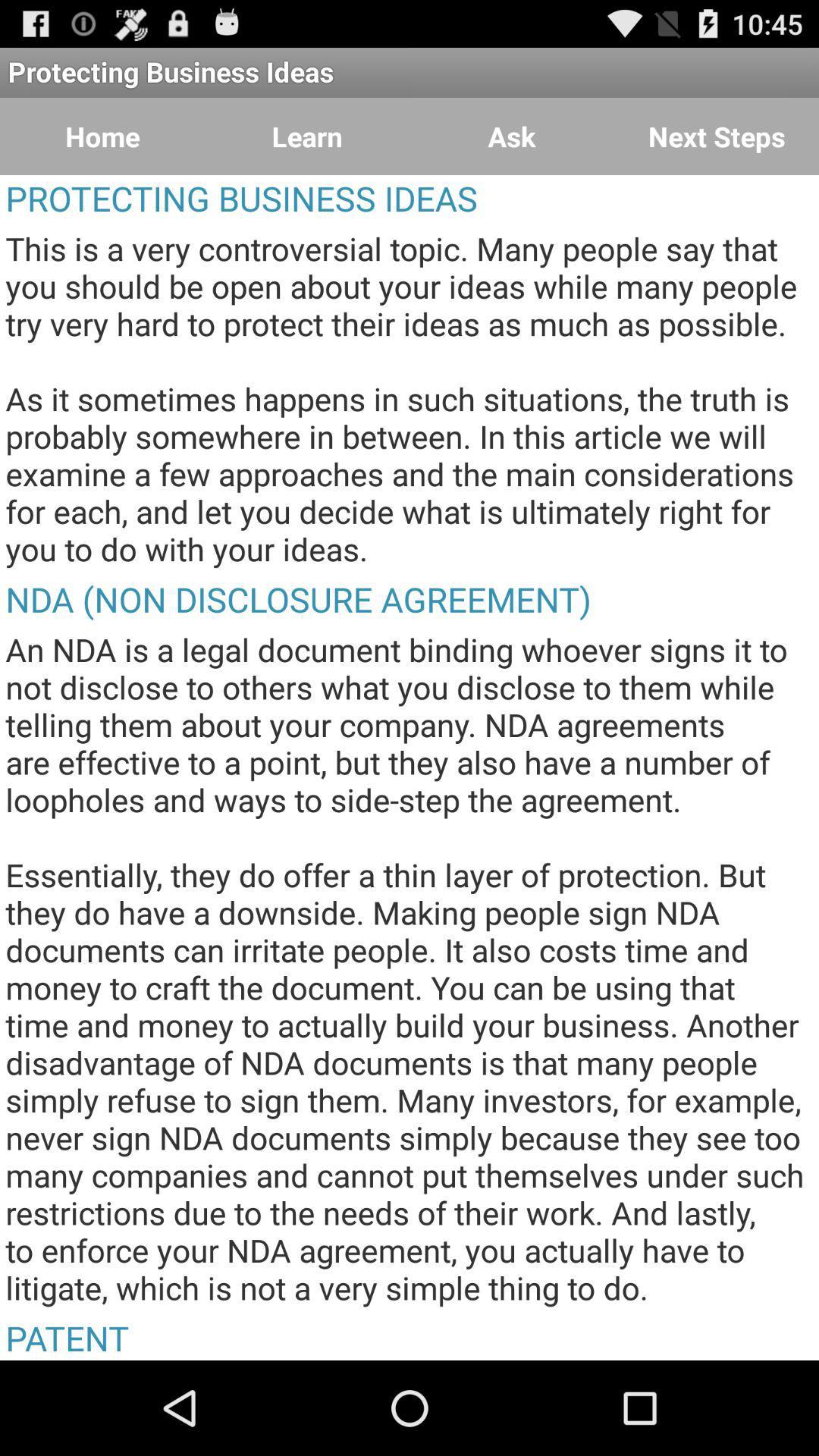 The height and width of the screenshot is (1456, 819). I want to click on icon above the protecting business ideas app, so click(717, 136).